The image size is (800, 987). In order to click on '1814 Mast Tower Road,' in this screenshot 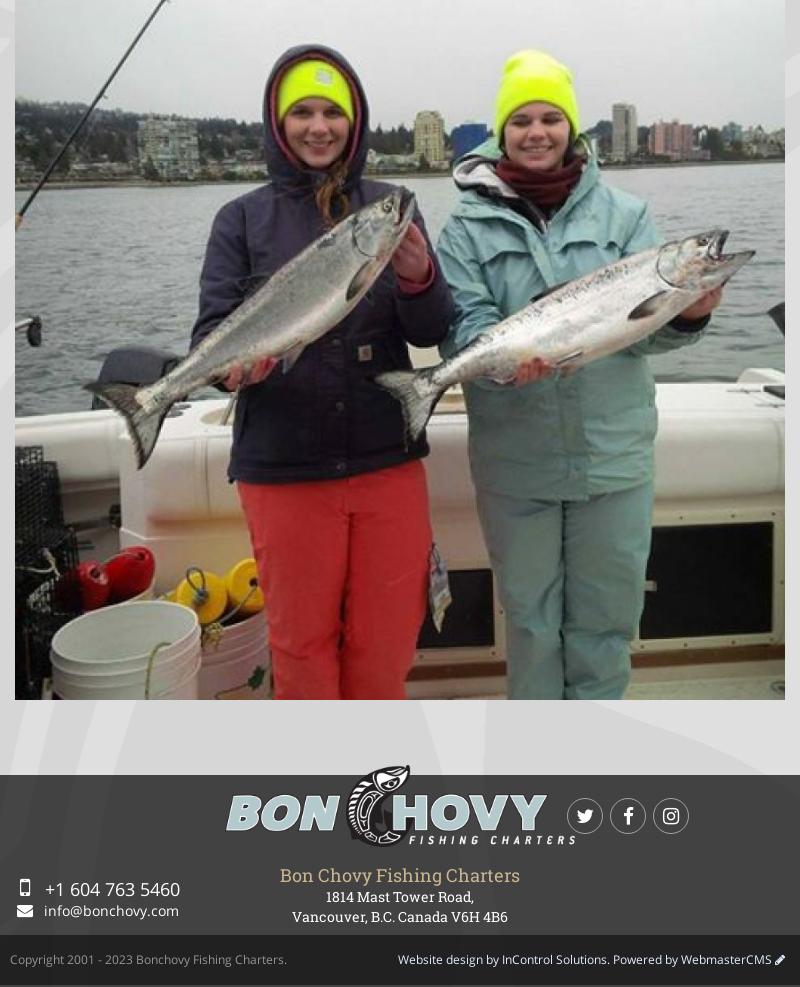, I will do `click(325, 894)`.